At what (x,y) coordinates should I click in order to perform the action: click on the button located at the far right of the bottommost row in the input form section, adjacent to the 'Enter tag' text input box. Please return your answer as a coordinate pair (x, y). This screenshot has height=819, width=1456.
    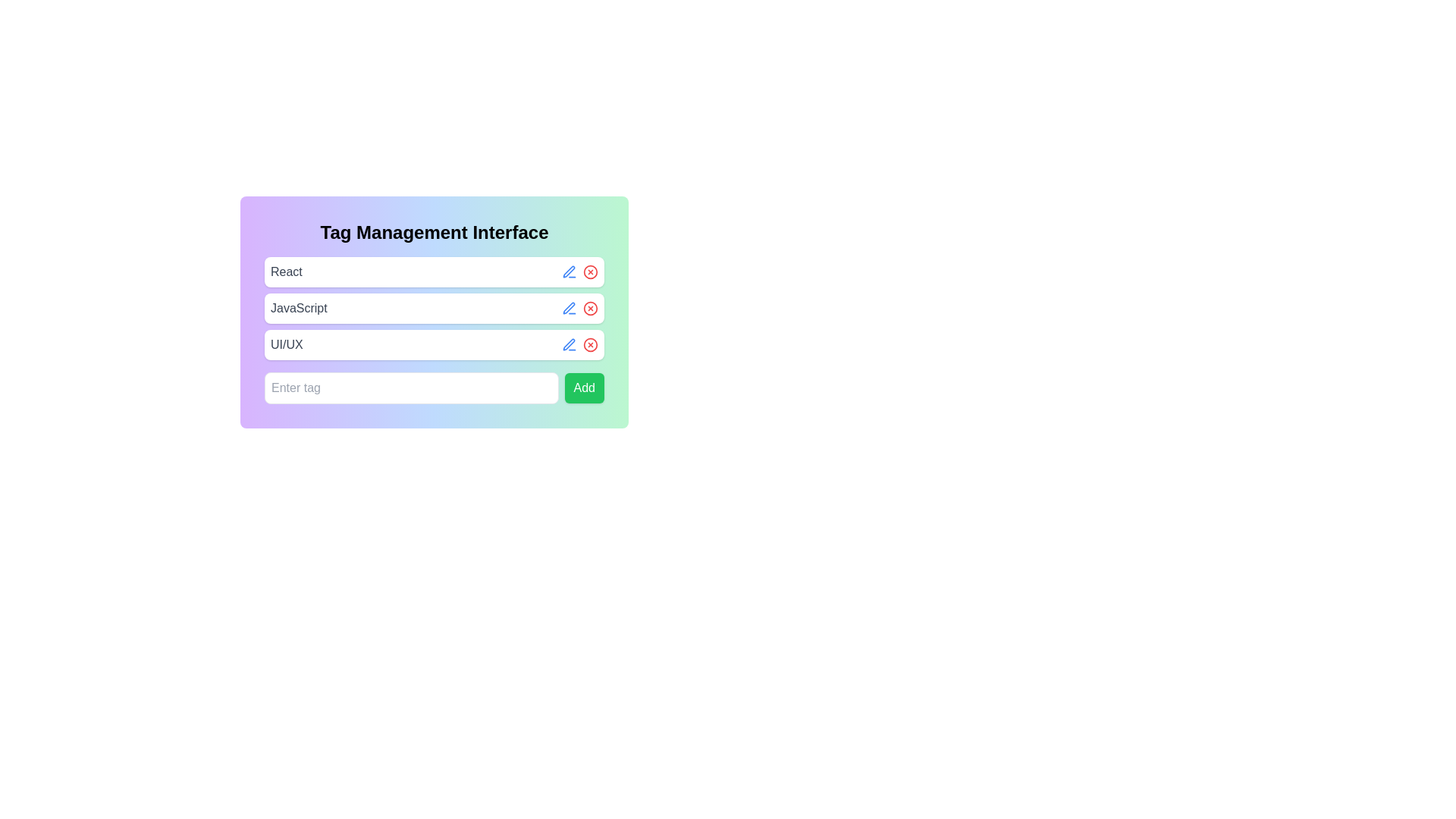
    Looking at the image, I should click on (583, 388).